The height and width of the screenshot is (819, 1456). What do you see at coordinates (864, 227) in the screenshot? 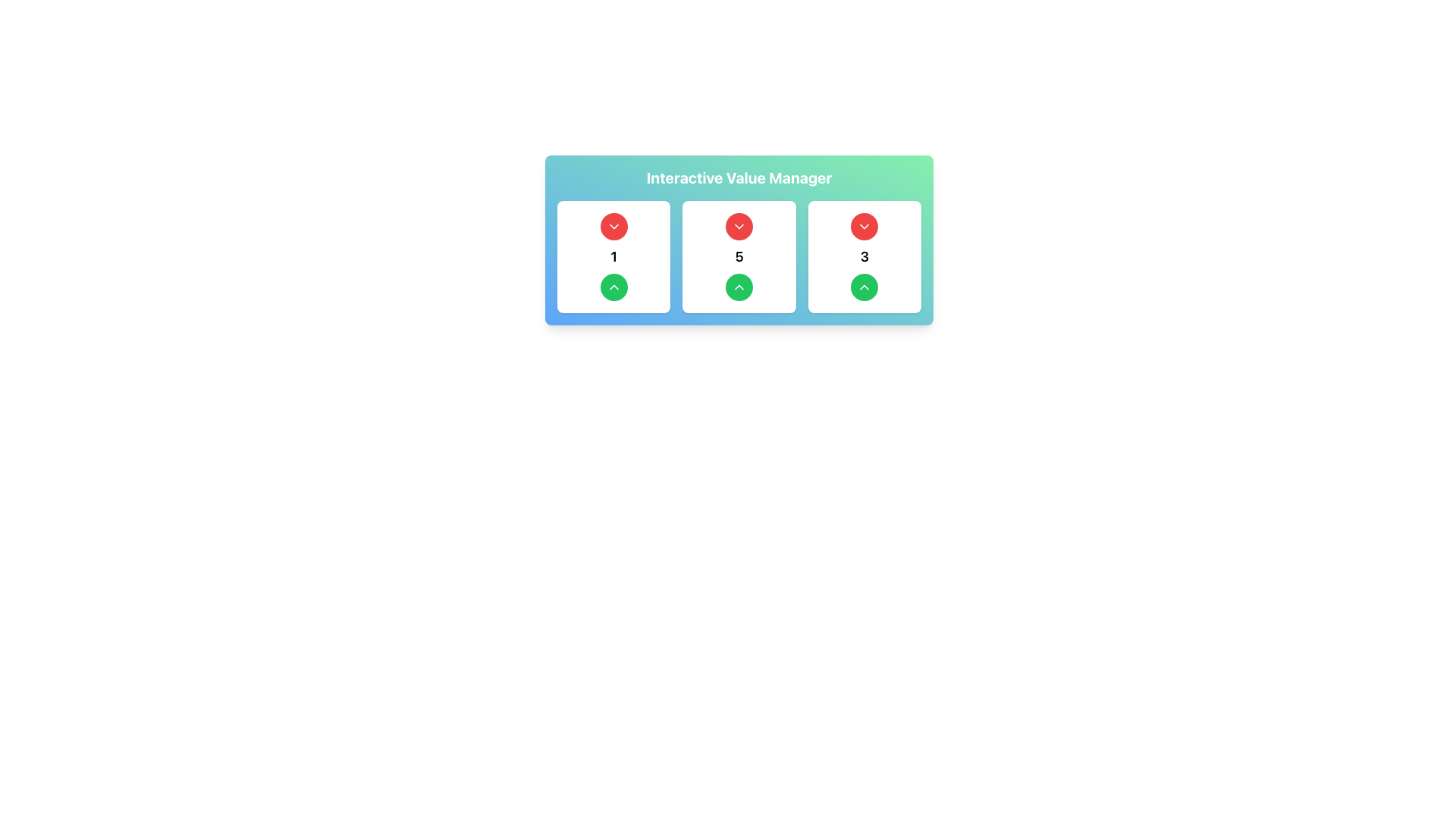
I see `the circular red button with a white down-chevron icon located in the rightmost box, positioned above the value '3' and below the box title, to observe the hover effect` at bounding box center [864, 227].